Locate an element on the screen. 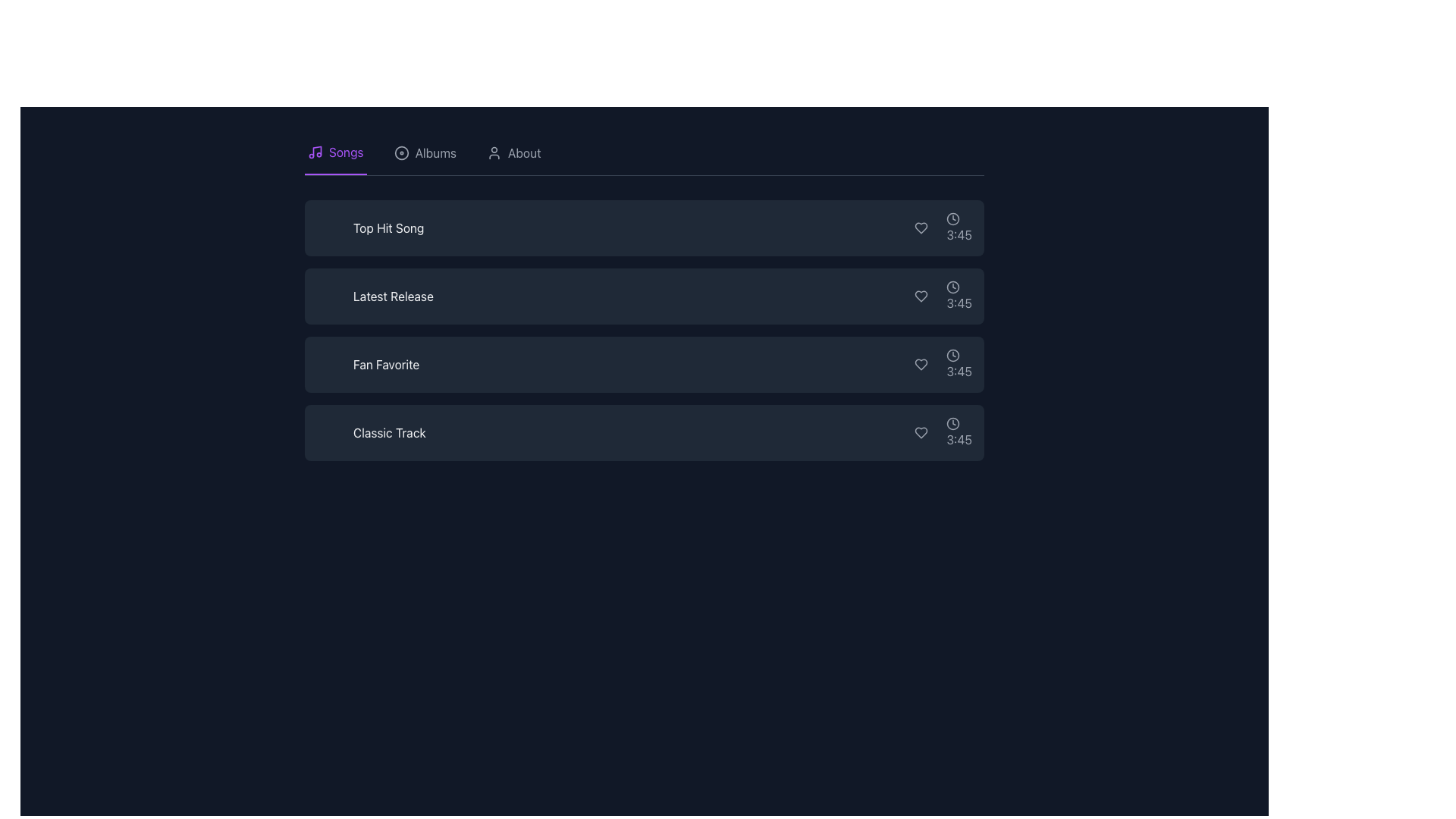 The height and width of the screenshot is (819, 1456). the decorative graphical element that is part of the circular icon beside the 'Albums' label in the navigation bar is located at coordinates (401, 152).